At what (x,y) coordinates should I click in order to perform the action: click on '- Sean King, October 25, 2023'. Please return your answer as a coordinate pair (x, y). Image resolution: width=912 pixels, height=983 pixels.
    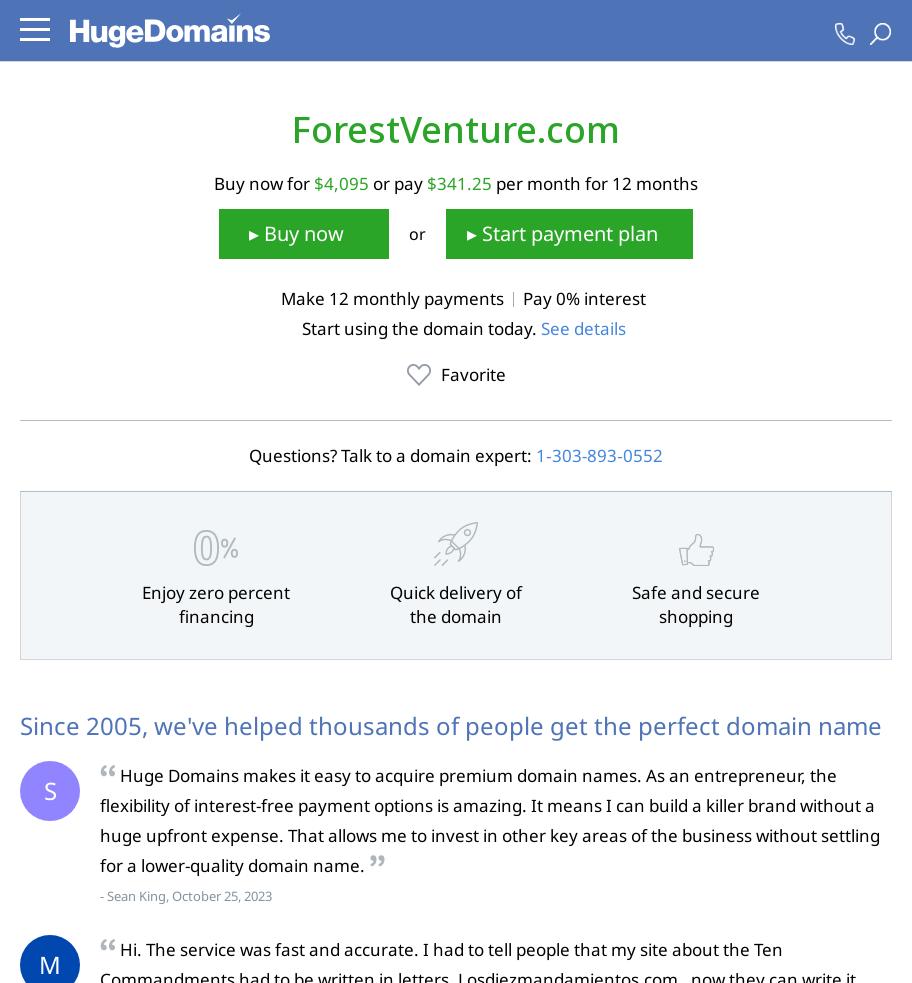
    Looking at the image, I should click on (185, 896).